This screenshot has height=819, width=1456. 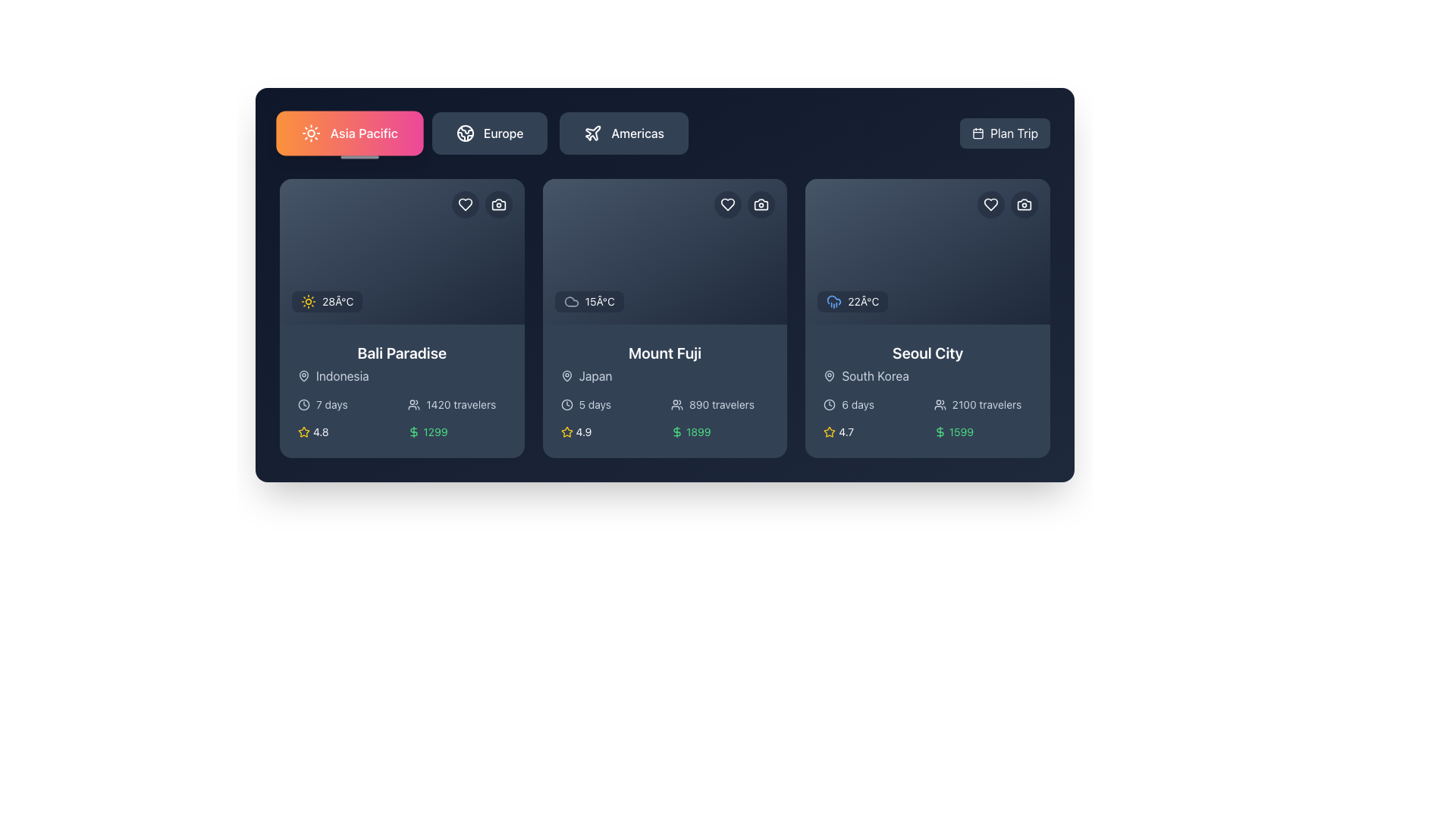 I want to click on the heart icon button with a white outline located in the top-right corner of the Bali Paradise card to observe the background color transition, so click(x=464, y=205).